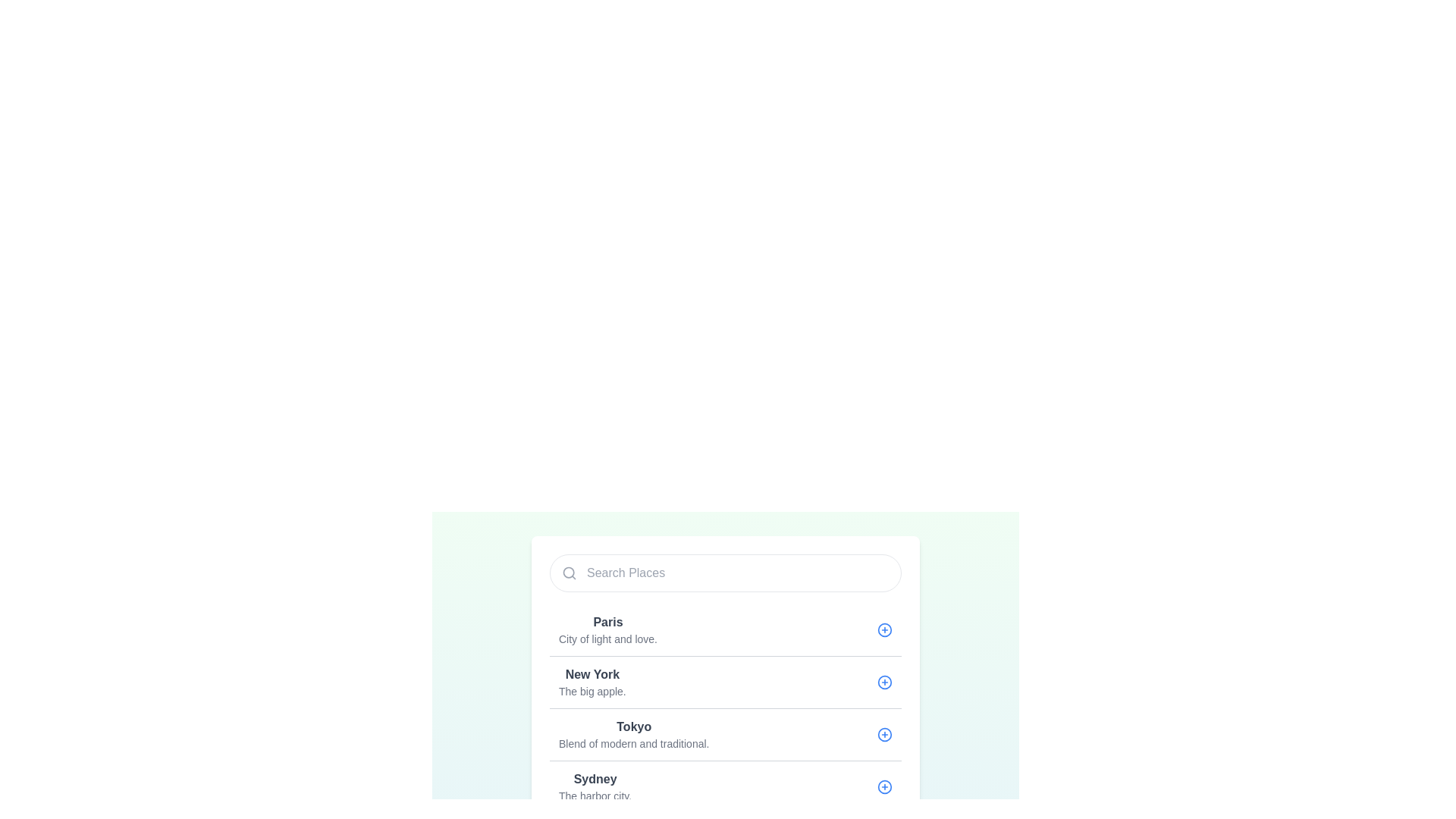  Describe the element at coordinates (595, 786) in the screenshot. I see `text label representing the city 'Sydney', which is the fourth entry in a list of places located under a search bar towards the bottom of the visible area` at that location.